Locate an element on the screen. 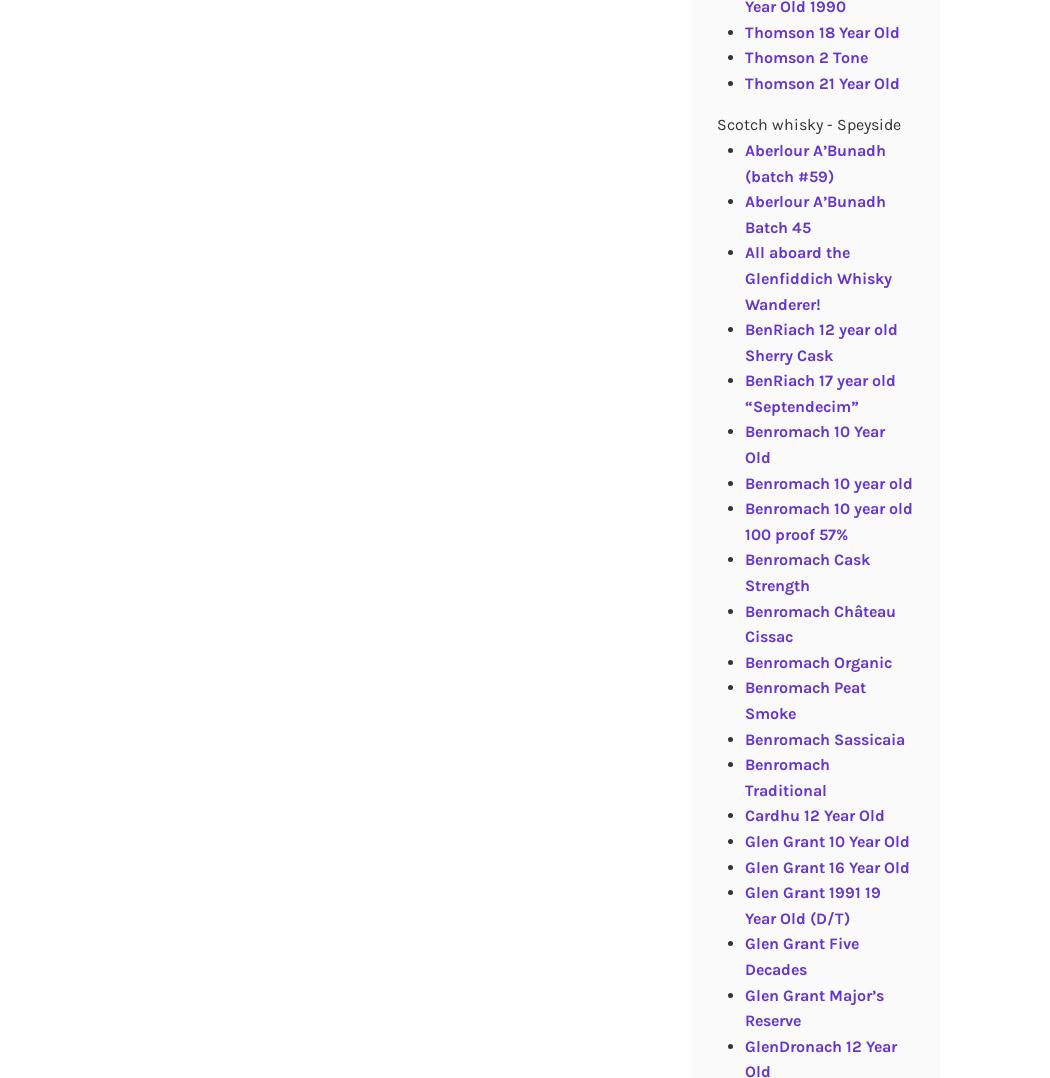 The height and width of the screenshot is (1078, 1050). 'Aberlour A’Bunadh Batch 45' is located at coordinates (813, 213).